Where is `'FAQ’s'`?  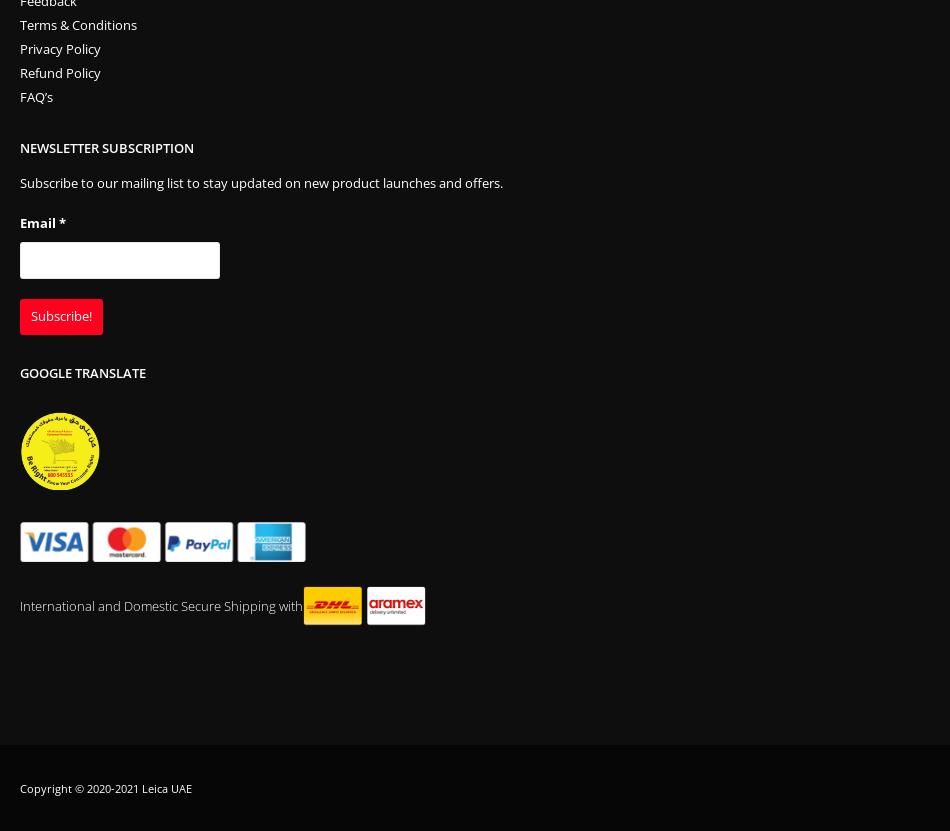 'FAQ’s' is located at coordinates (36, 97).